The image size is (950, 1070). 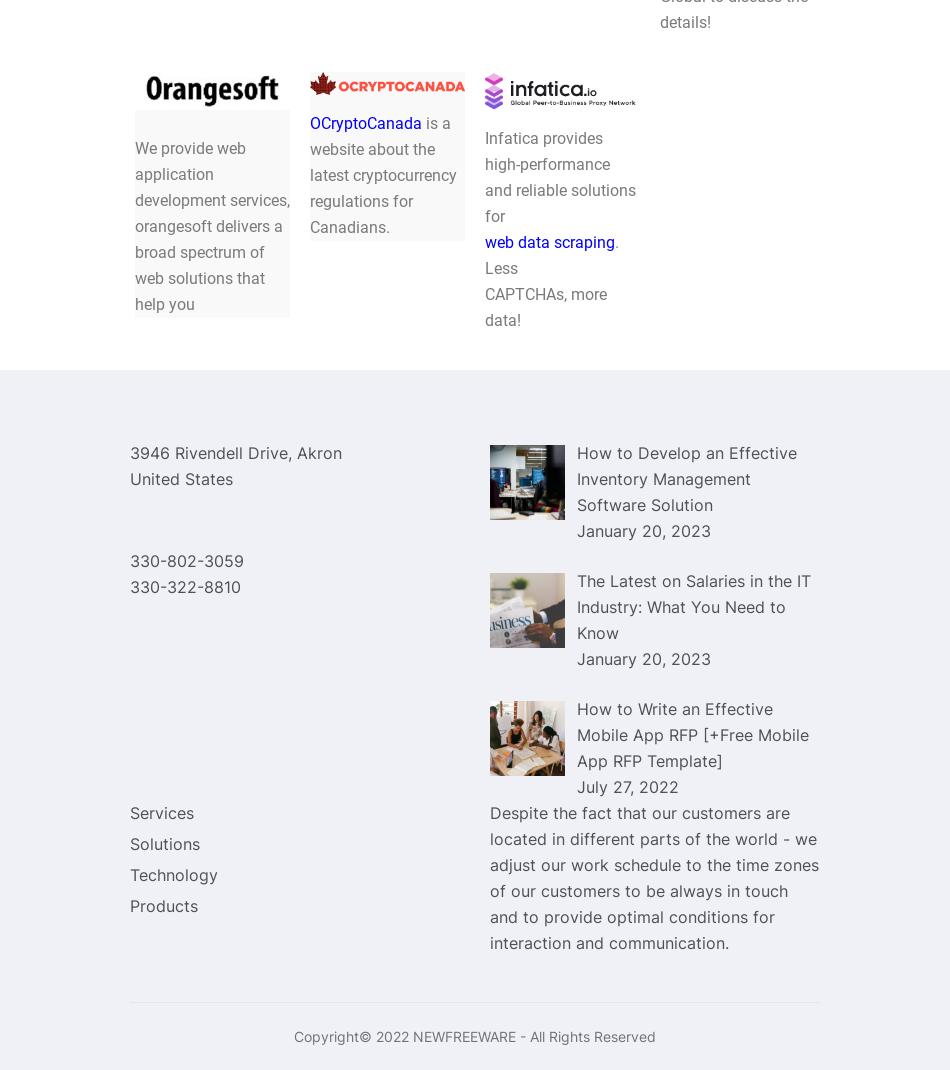 I want to click on 'Solutions', so click(x=165, y=844).